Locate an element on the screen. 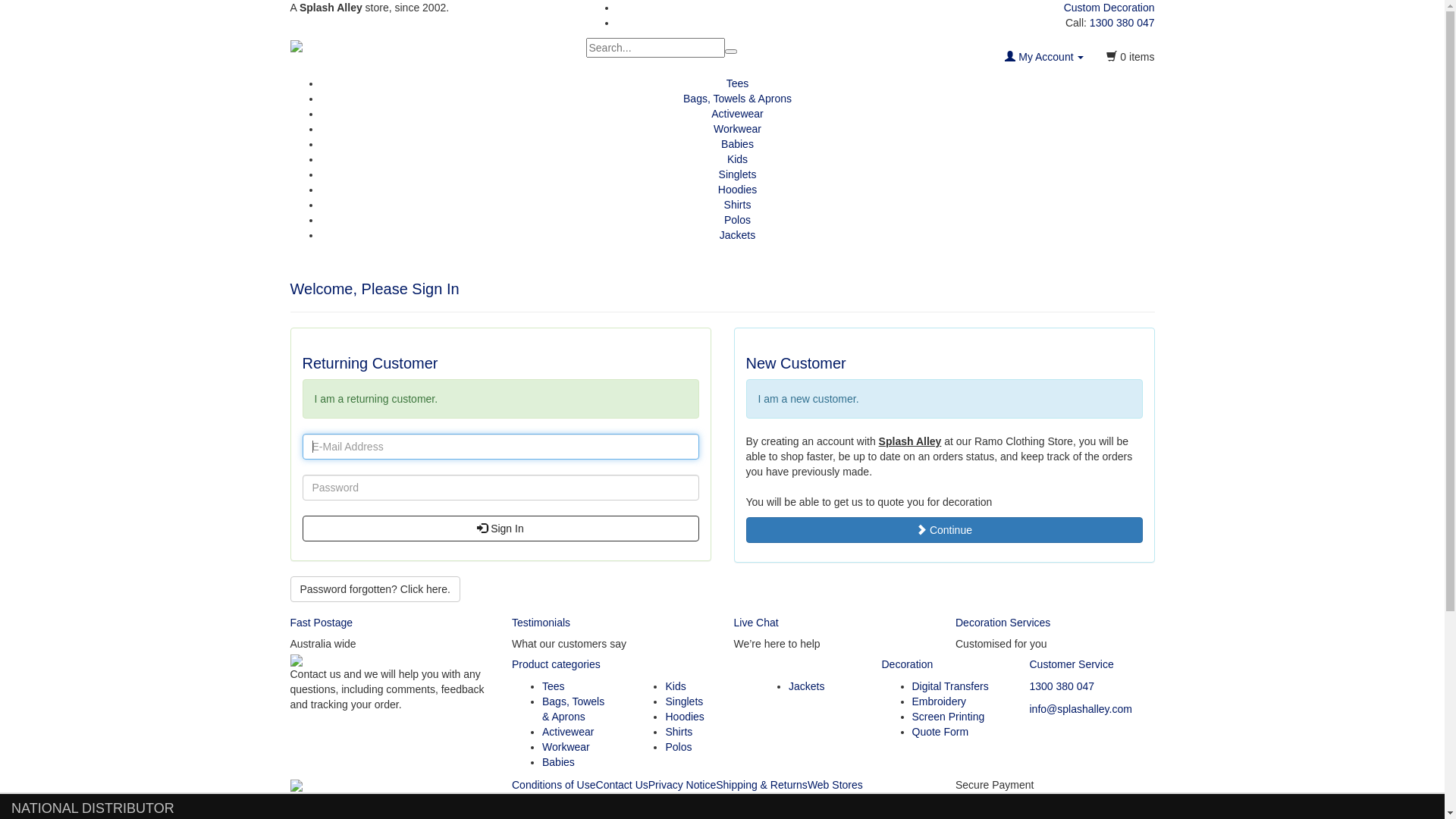 The width and height of the screenshot is (1456, 819). 'Custom Decoration' is located at coordinates (1109, 8).